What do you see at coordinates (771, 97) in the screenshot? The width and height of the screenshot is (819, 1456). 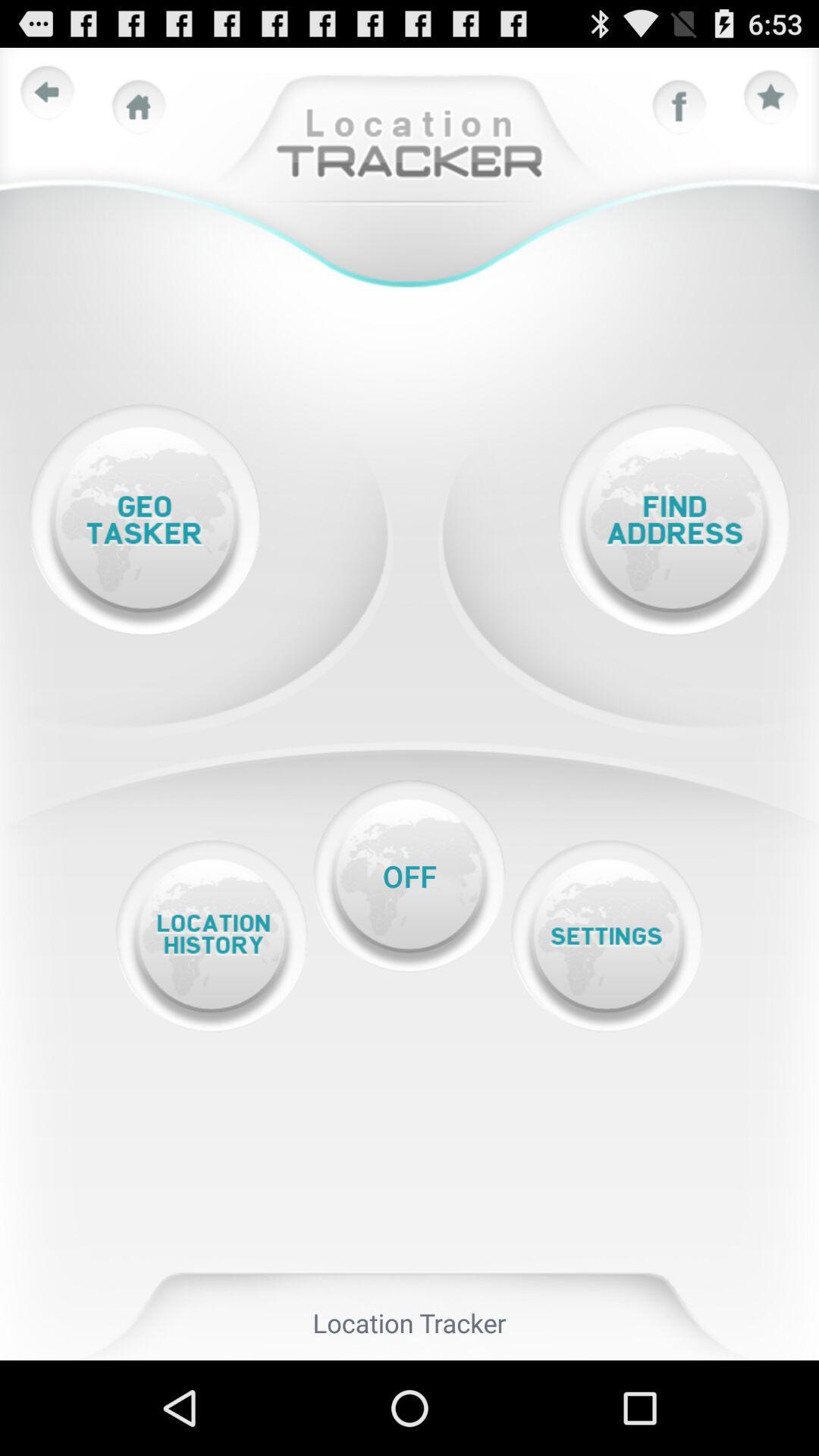 I see `rate star` at bounding box center [771, 97].